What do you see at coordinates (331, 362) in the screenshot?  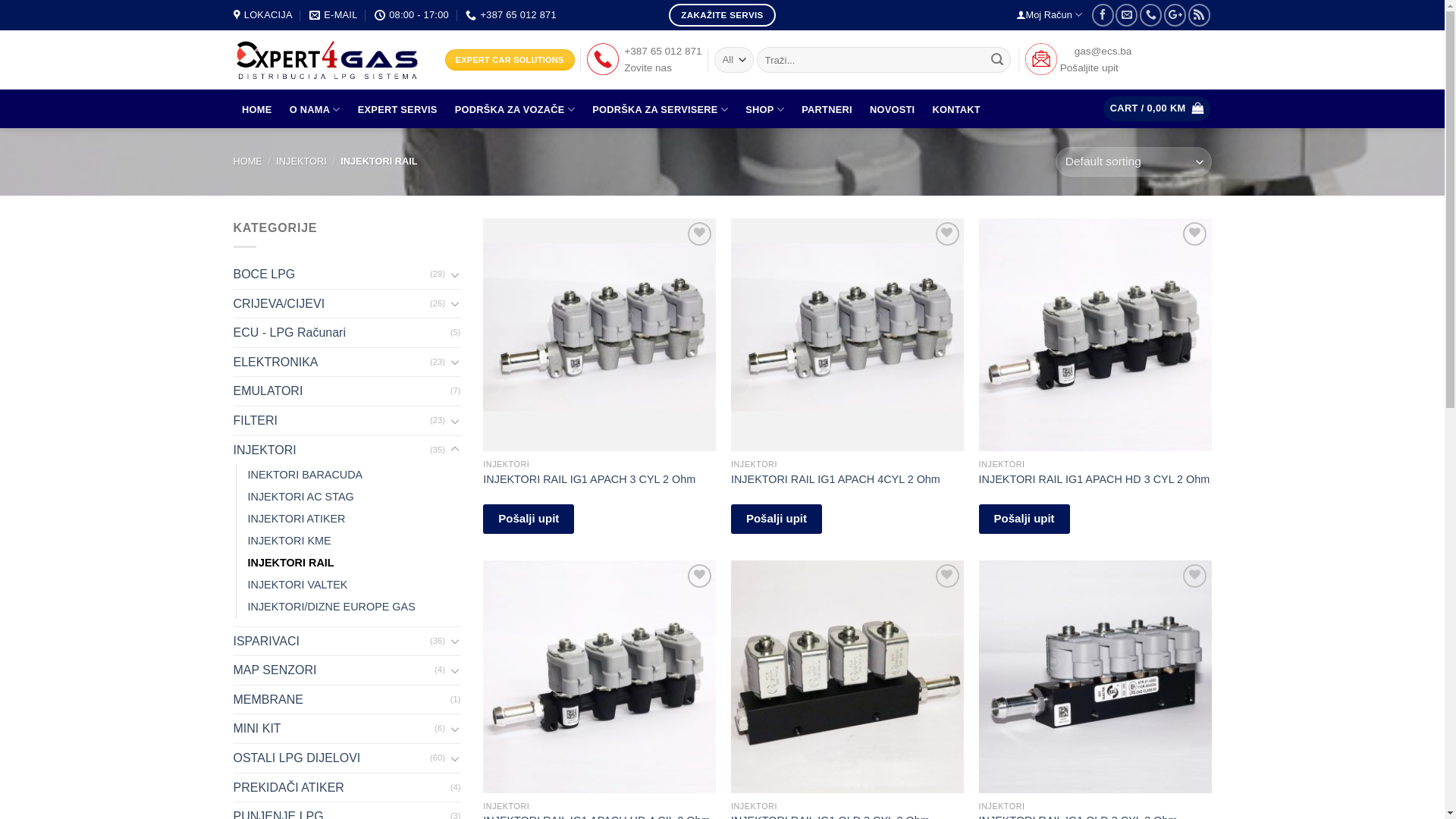 I see `'ELEKTRONIKA'` at bounding box center [331, 362].